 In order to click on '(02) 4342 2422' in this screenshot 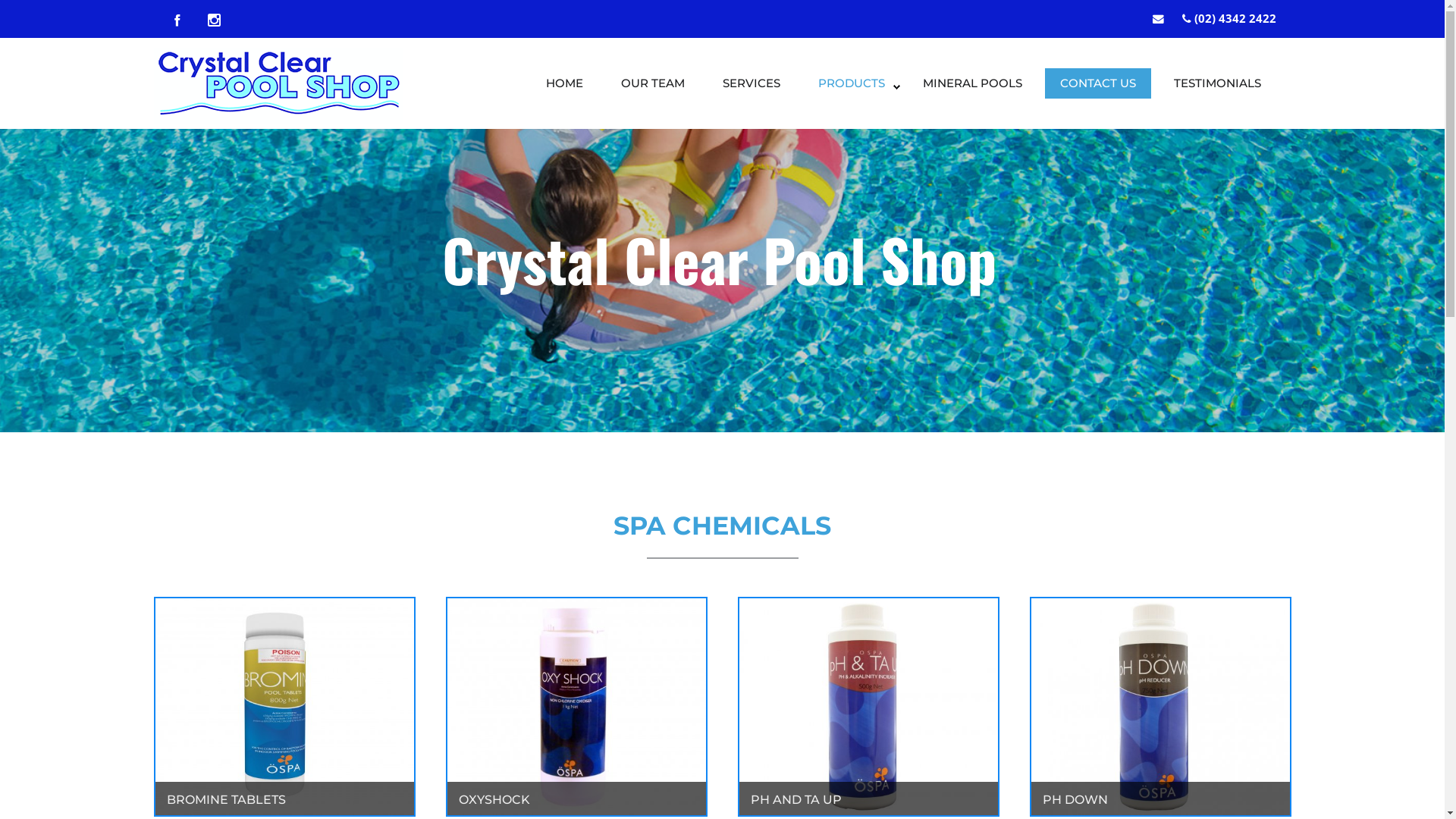, I will do `click(1193, 17)`.